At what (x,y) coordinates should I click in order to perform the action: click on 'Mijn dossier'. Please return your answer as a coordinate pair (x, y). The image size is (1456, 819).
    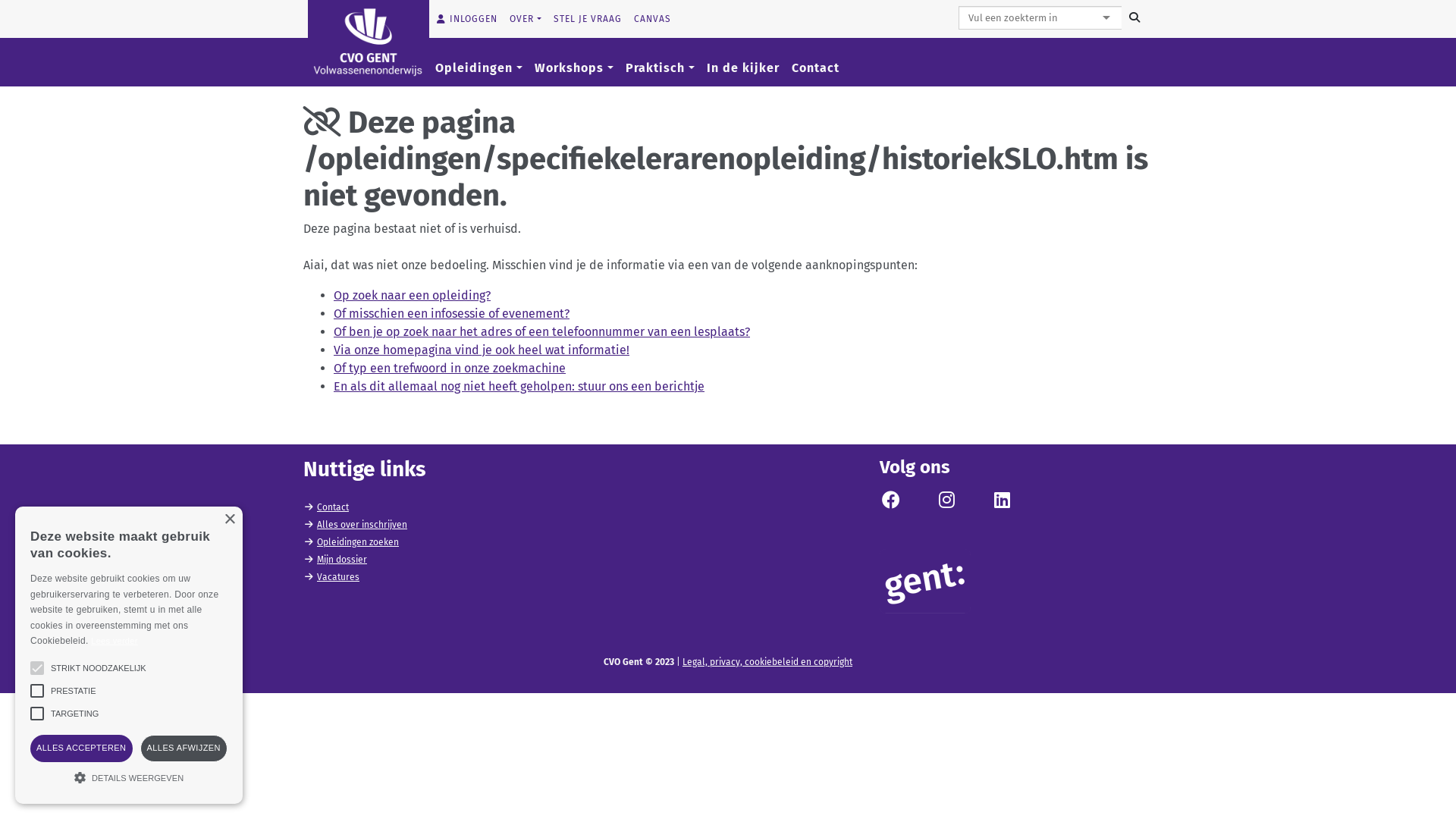
    Looking at the image, I should click on (341, 559).